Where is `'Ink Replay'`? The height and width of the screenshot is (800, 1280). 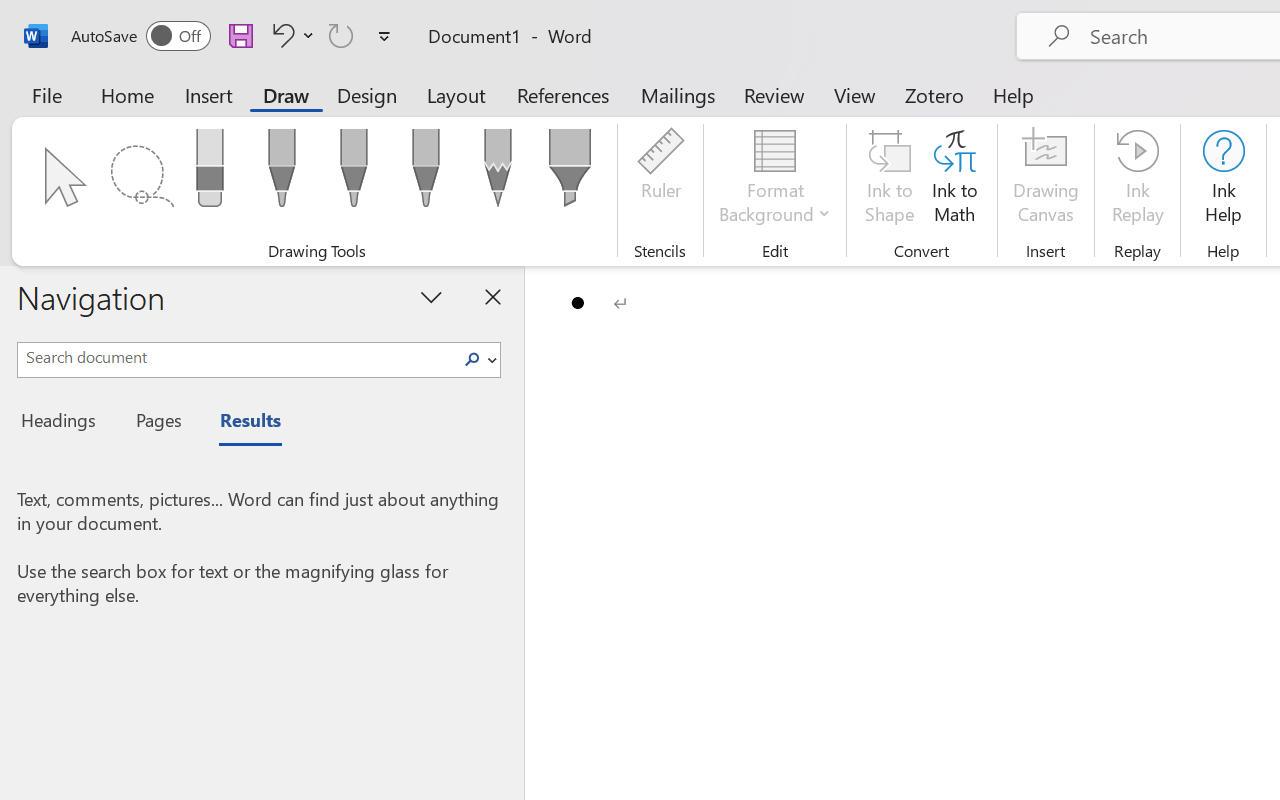 'Ink Replay' is located at coordinates (1137, 179).